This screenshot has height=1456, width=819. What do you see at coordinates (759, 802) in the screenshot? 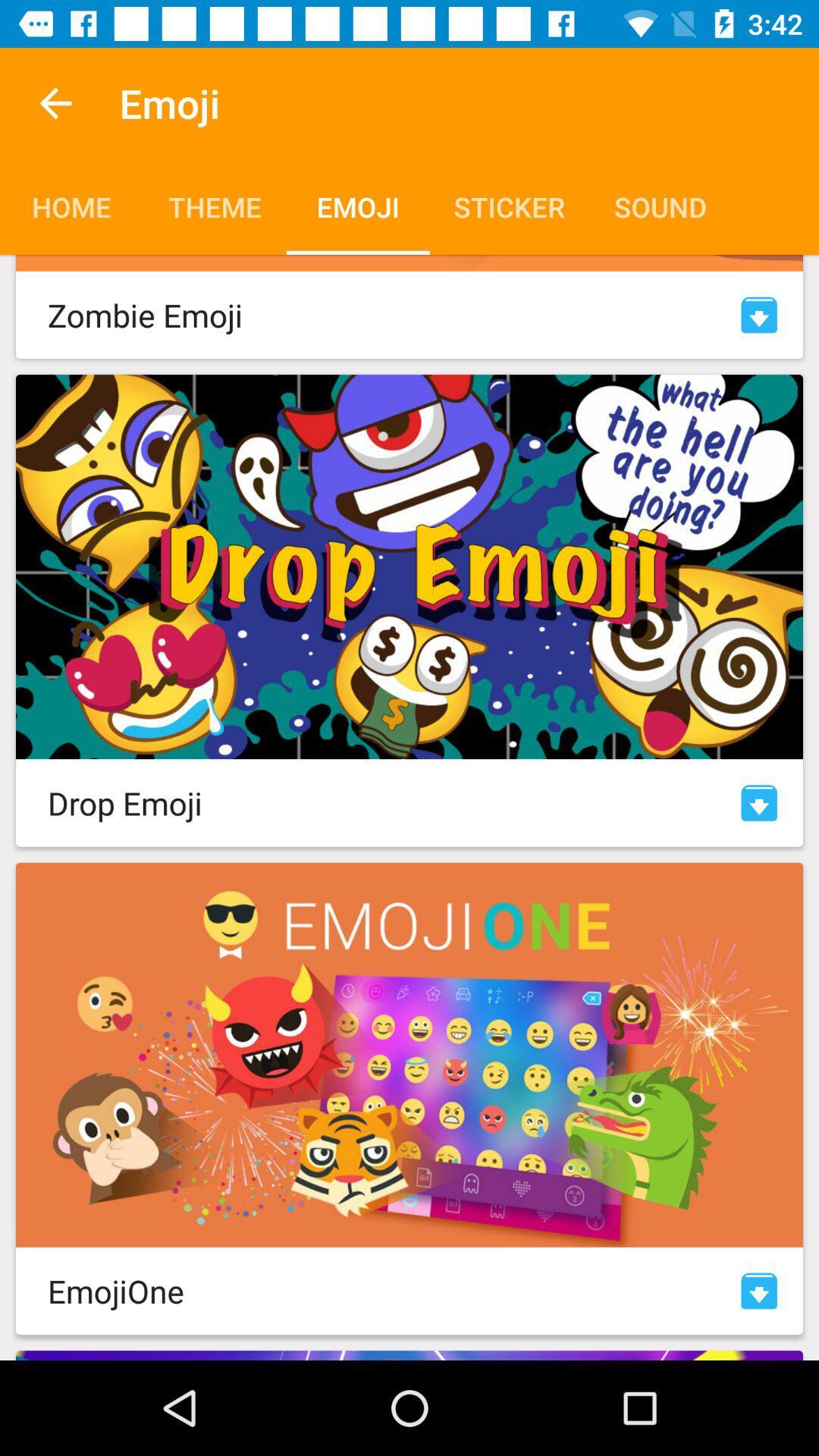
I see `download the page` at bounding box center [759, 802].